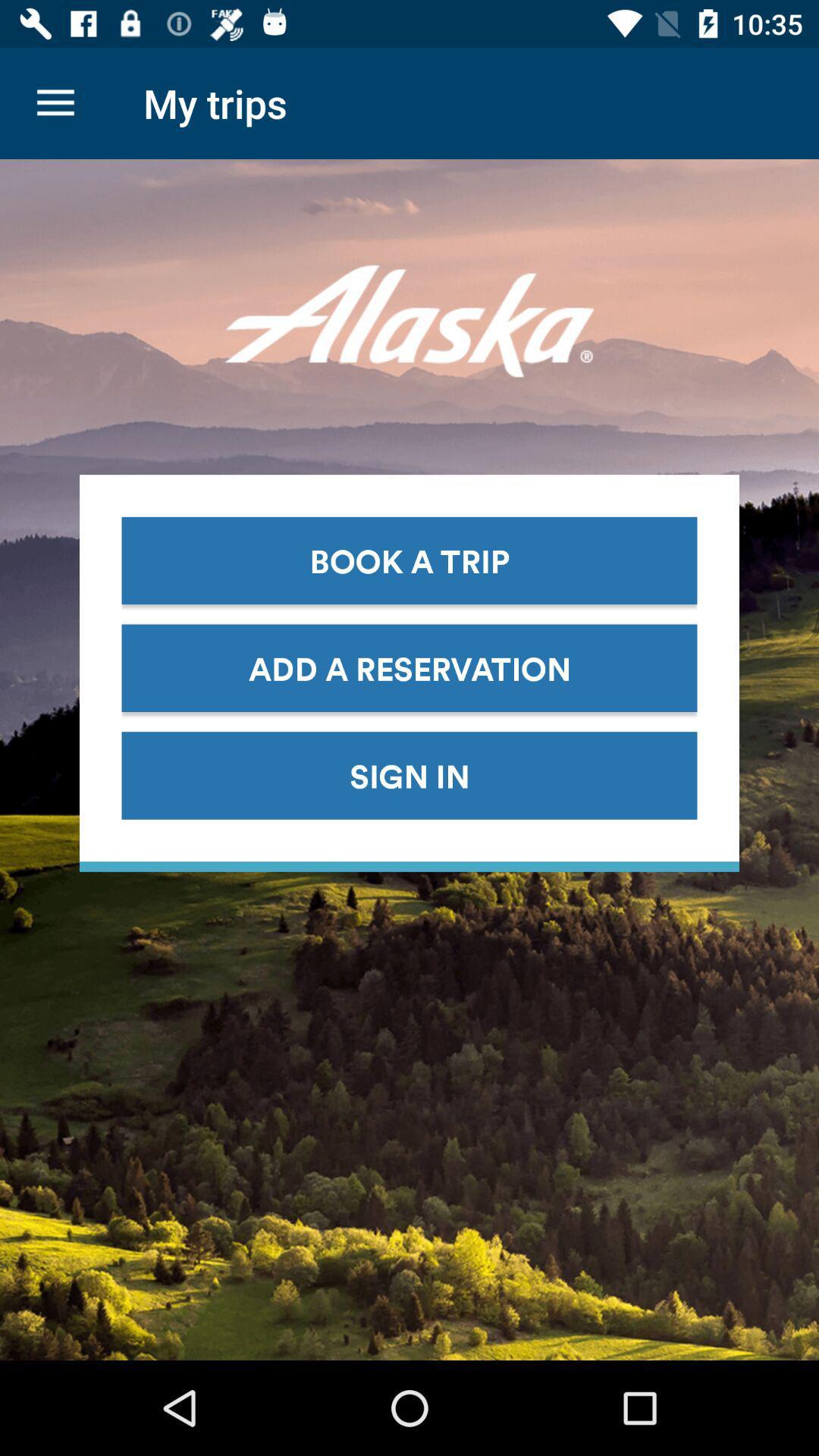 This screenshot has width=819, height=1456. Describe the element at coordinates (409, 667) in the screenshot. I see `item below book a trip icon` at that location.